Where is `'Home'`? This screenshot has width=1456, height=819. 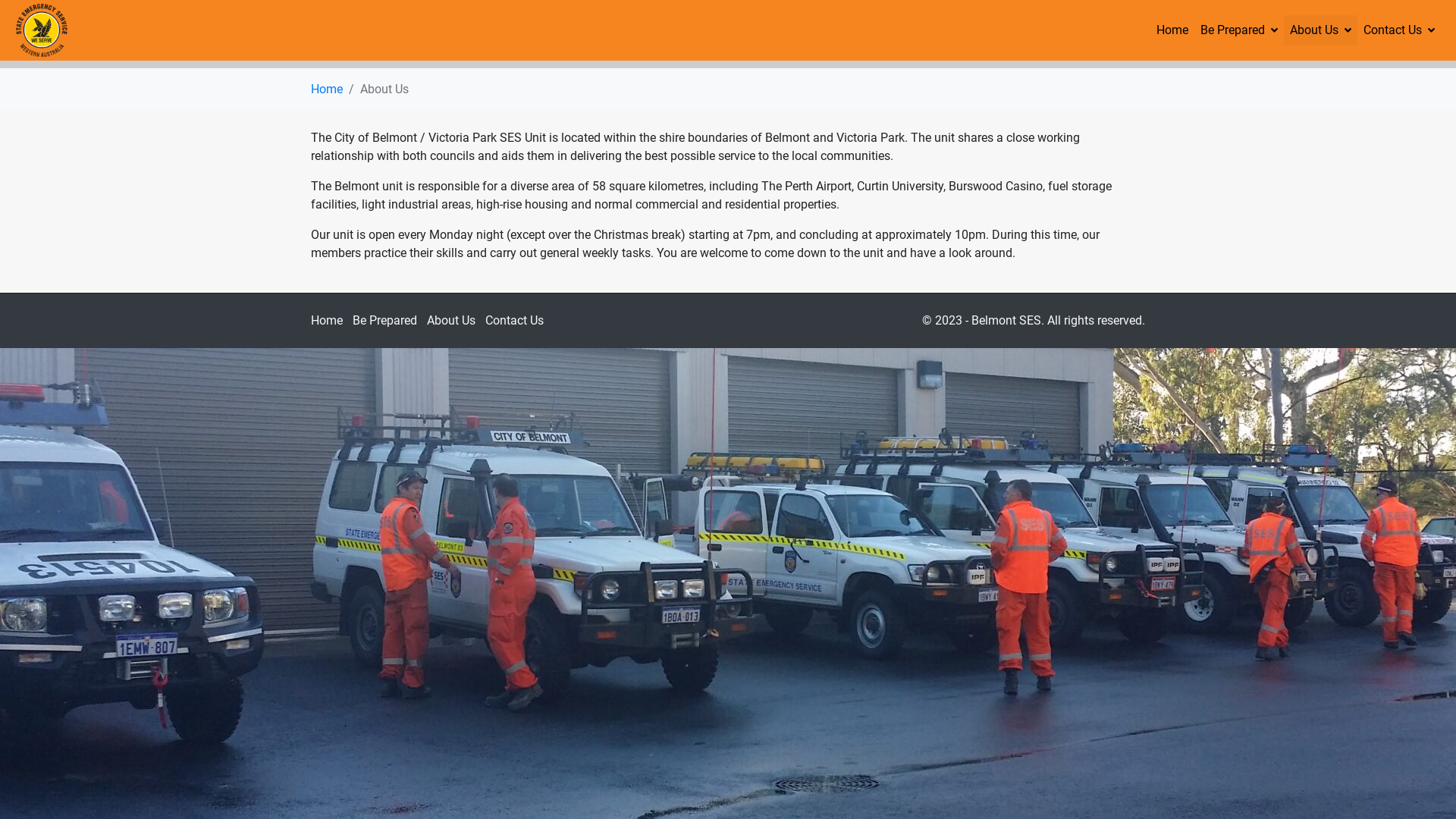
'Home' is located at coordinates (309, 89).